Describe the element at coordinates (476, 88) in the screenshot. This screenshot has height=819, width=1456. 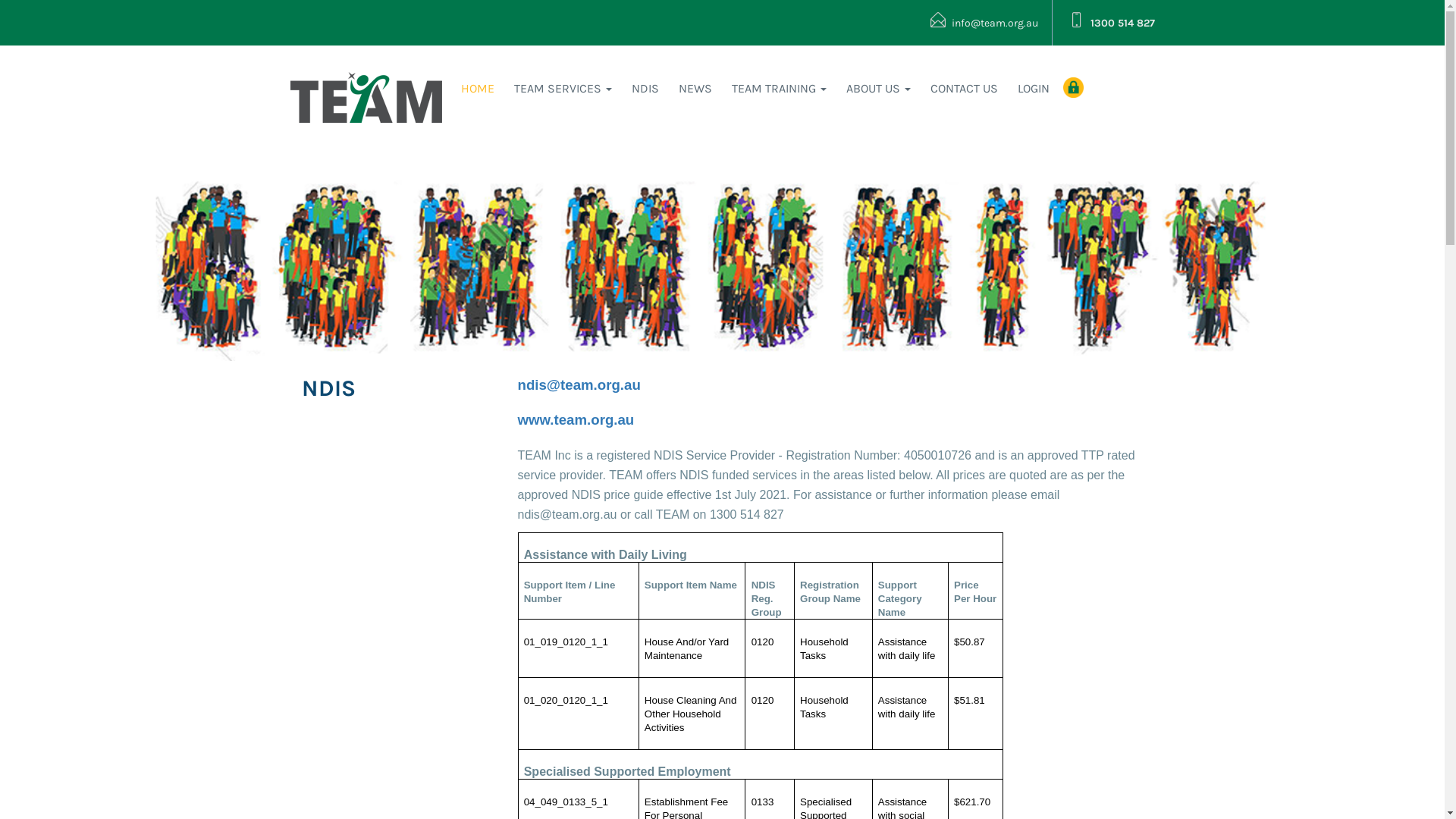
I see `'HOME'` at that location.